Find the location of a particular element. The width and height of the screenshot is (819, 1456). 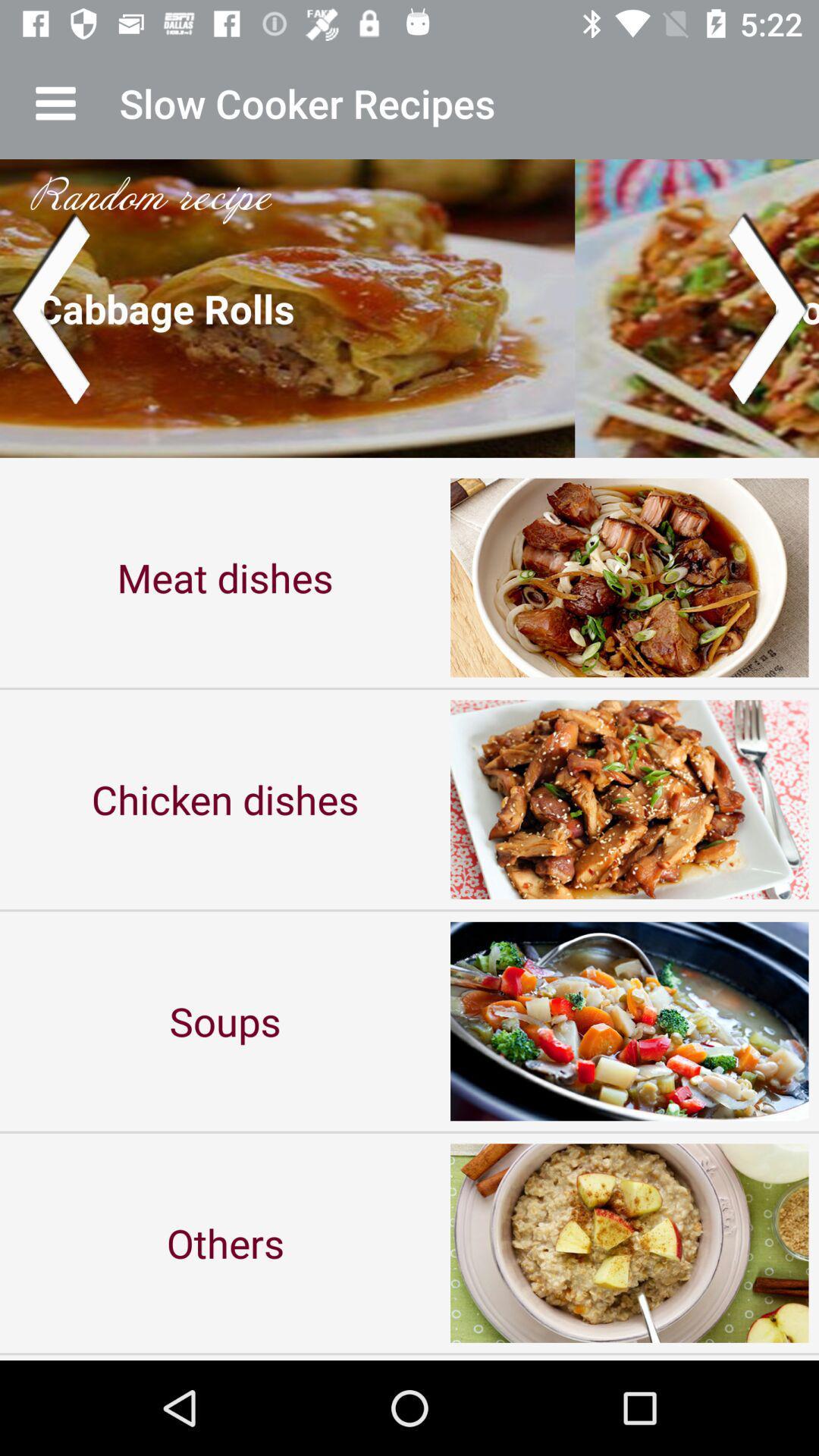

switch next page is located at coordinates (769, 307).